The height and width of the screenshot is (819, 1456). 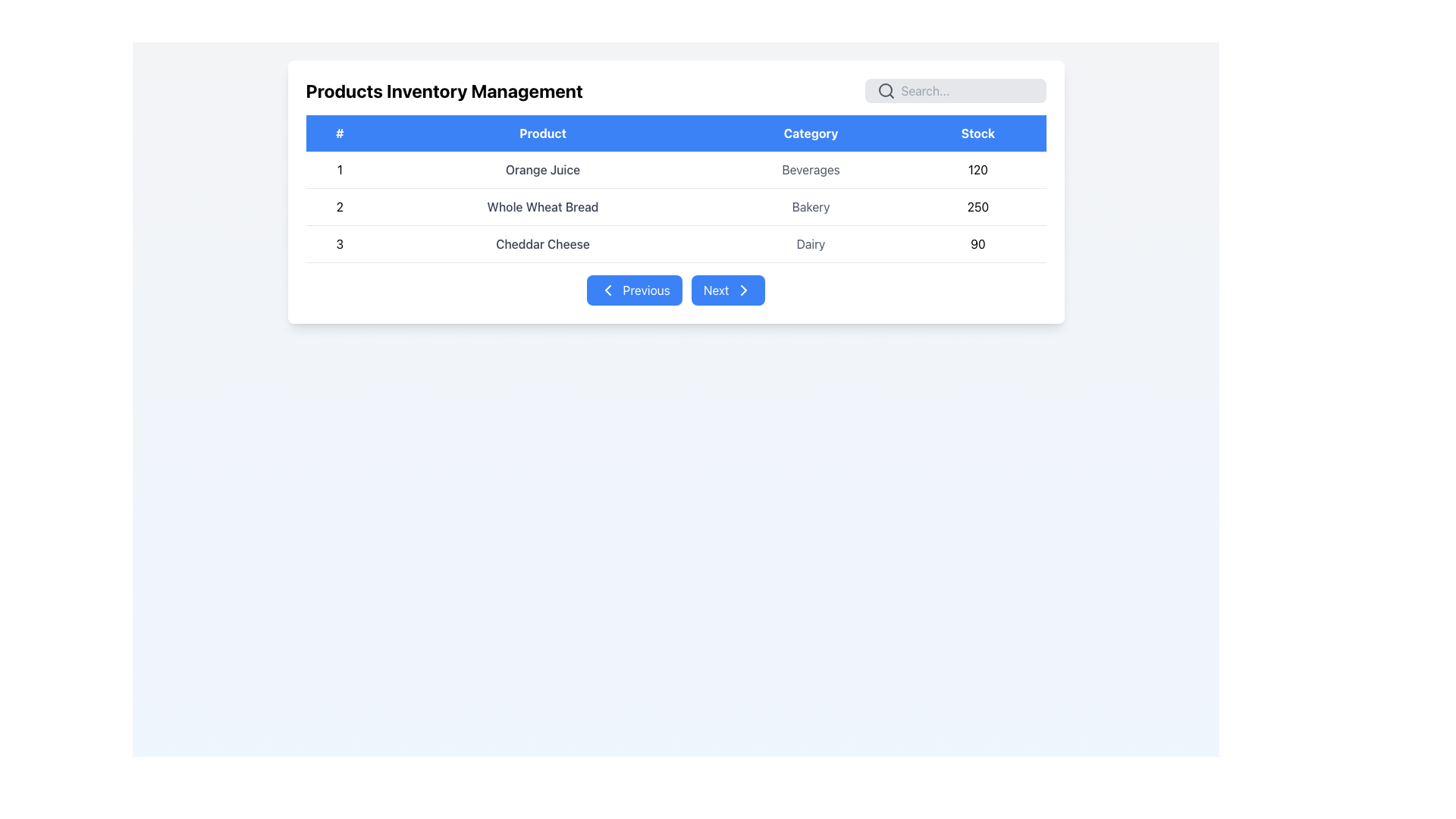 I want to click on the static text label displaying the category information 'Bakery' for the product 'Whole Wheat Bread', which is centrally positioned in the 'Category' column of the second row of the data table, so click(x=810, y=207).